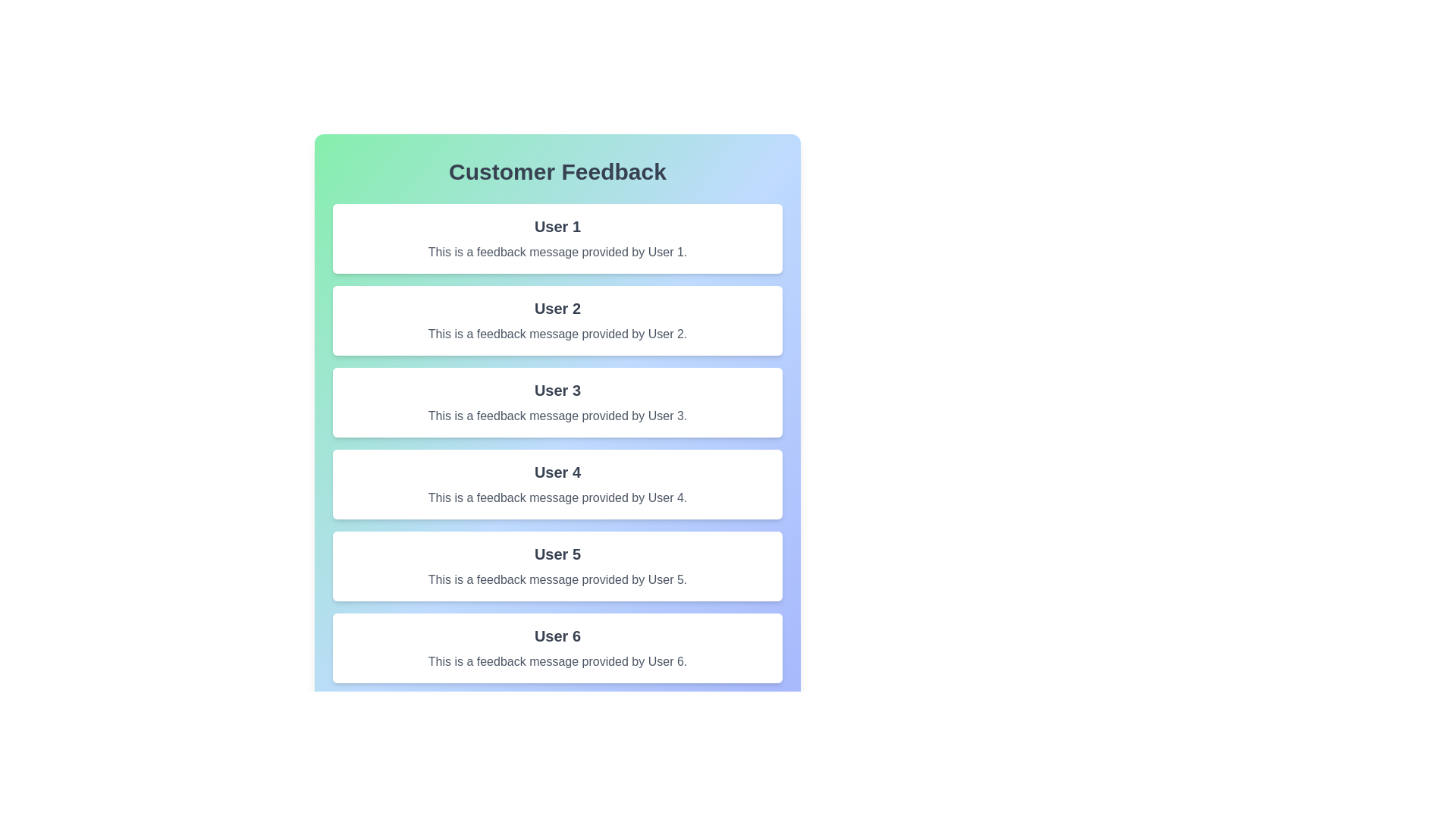 The width and height of the screenshot is (1456, 819). What do you see at coordinates (557, 251) in the screenshot?
I see `feedback message displayed in the text field located below 'User 1' in the first feedback card` at bounding box center [557, 251].